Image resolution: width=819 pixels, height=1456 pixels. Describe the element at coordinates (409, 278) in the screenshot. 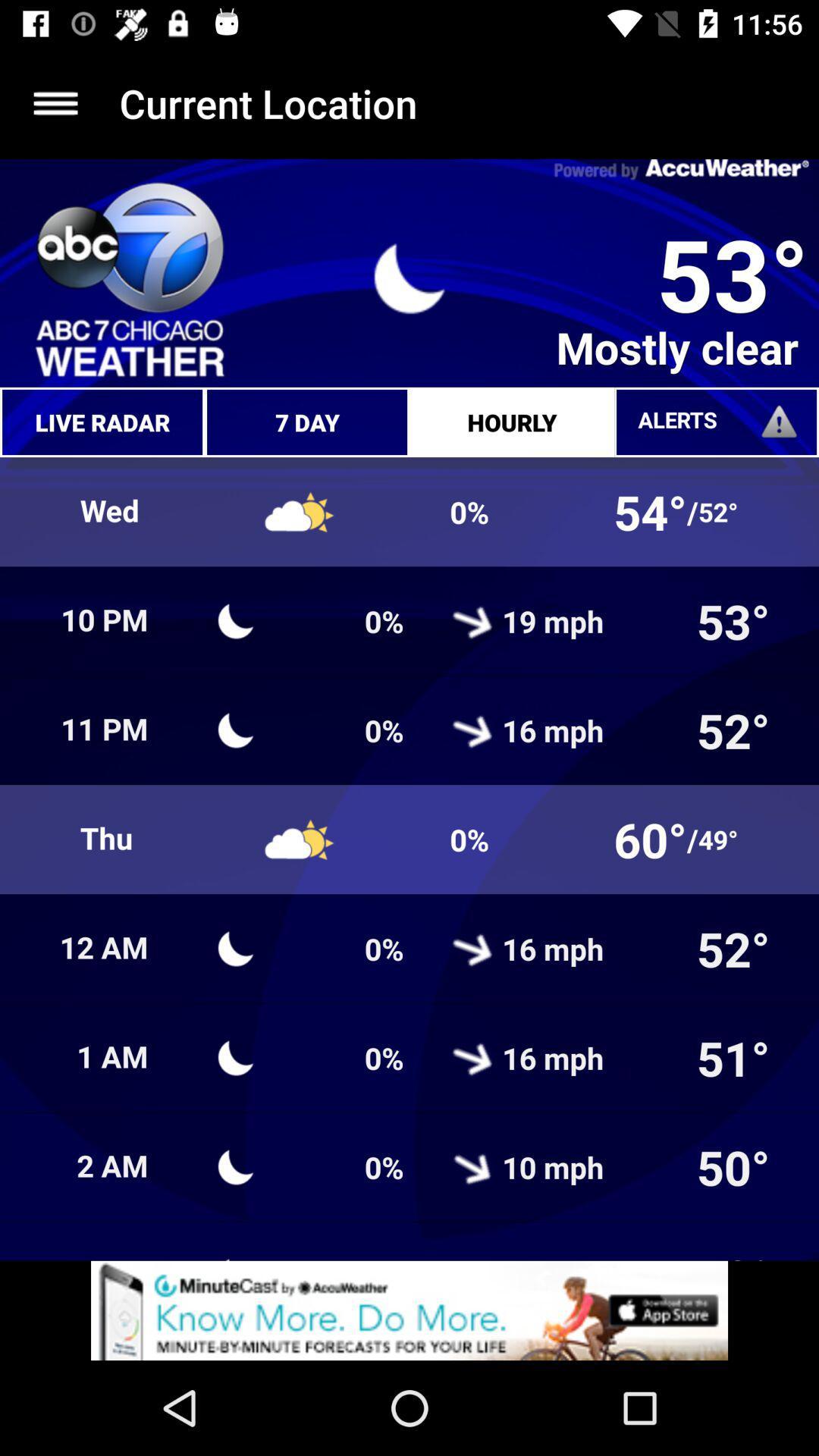

I see `the symbol which is to the immediate left of 53 degrees` at that location.